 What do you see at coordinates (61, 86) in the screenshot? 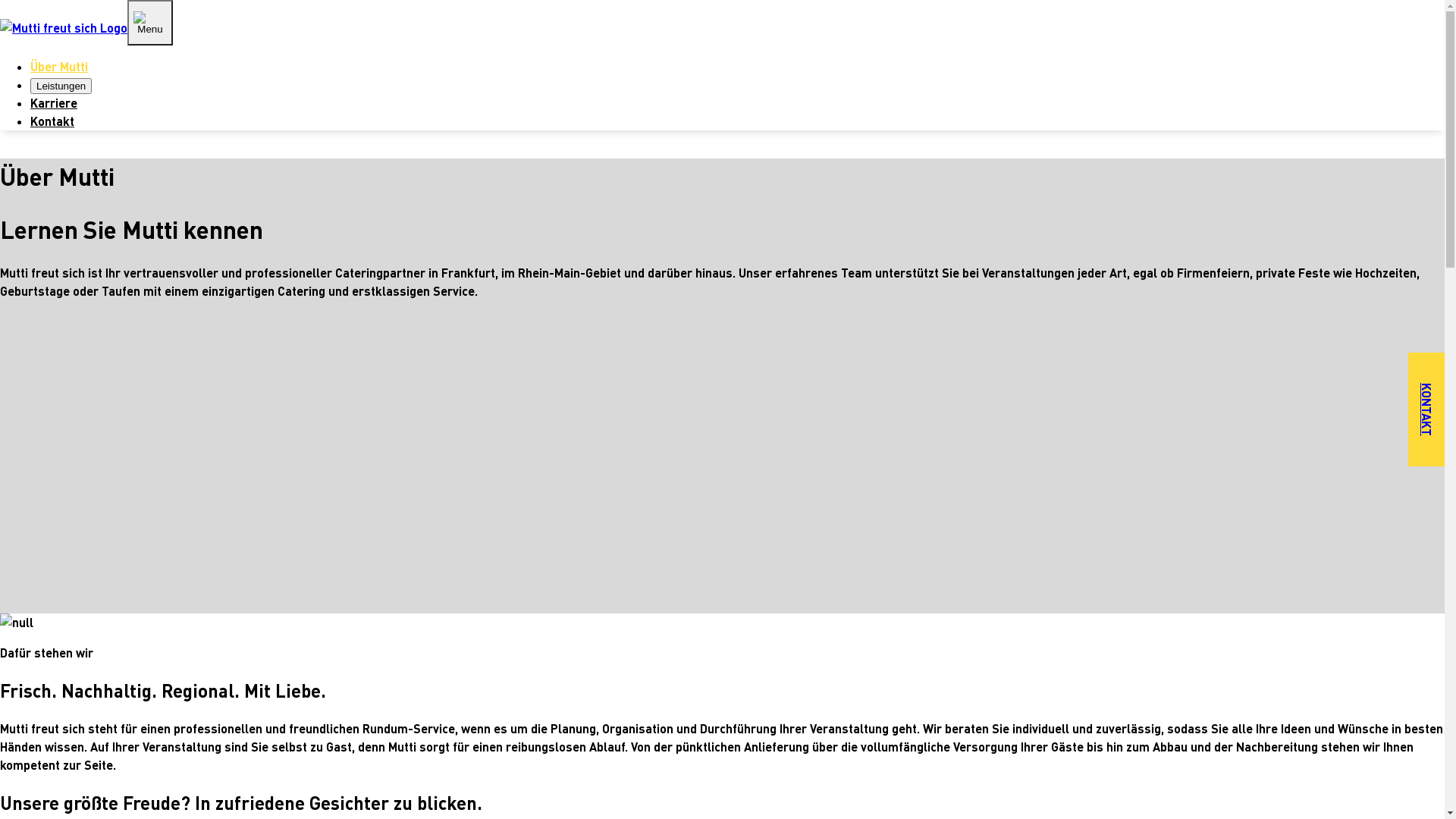
I see `'Leistungen'` at bounding box center [61, 86].